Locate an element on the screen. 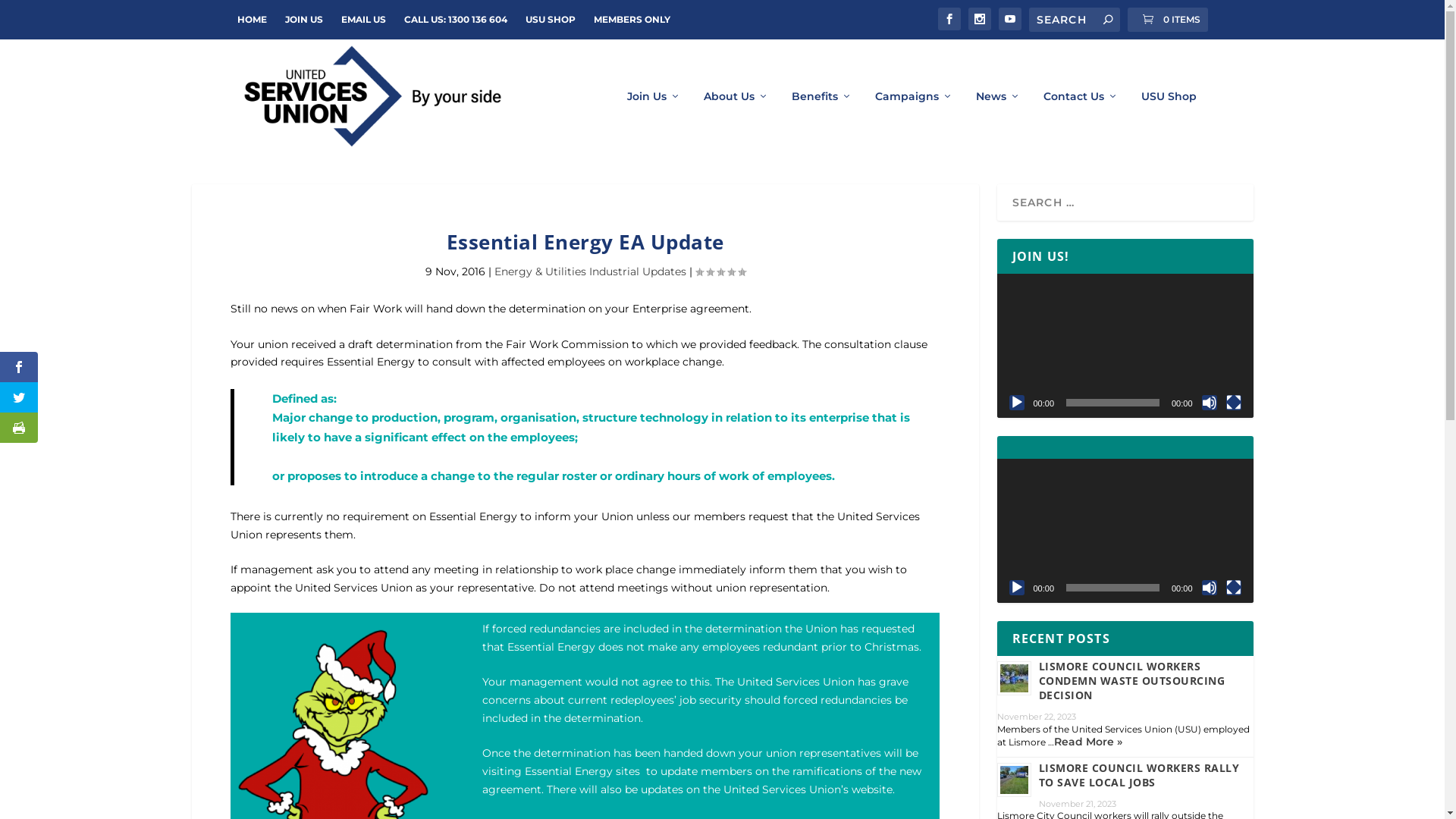 The width and height of the screenshot is (1456, 819). 'Join Us' is located at coordinates (626, 121).